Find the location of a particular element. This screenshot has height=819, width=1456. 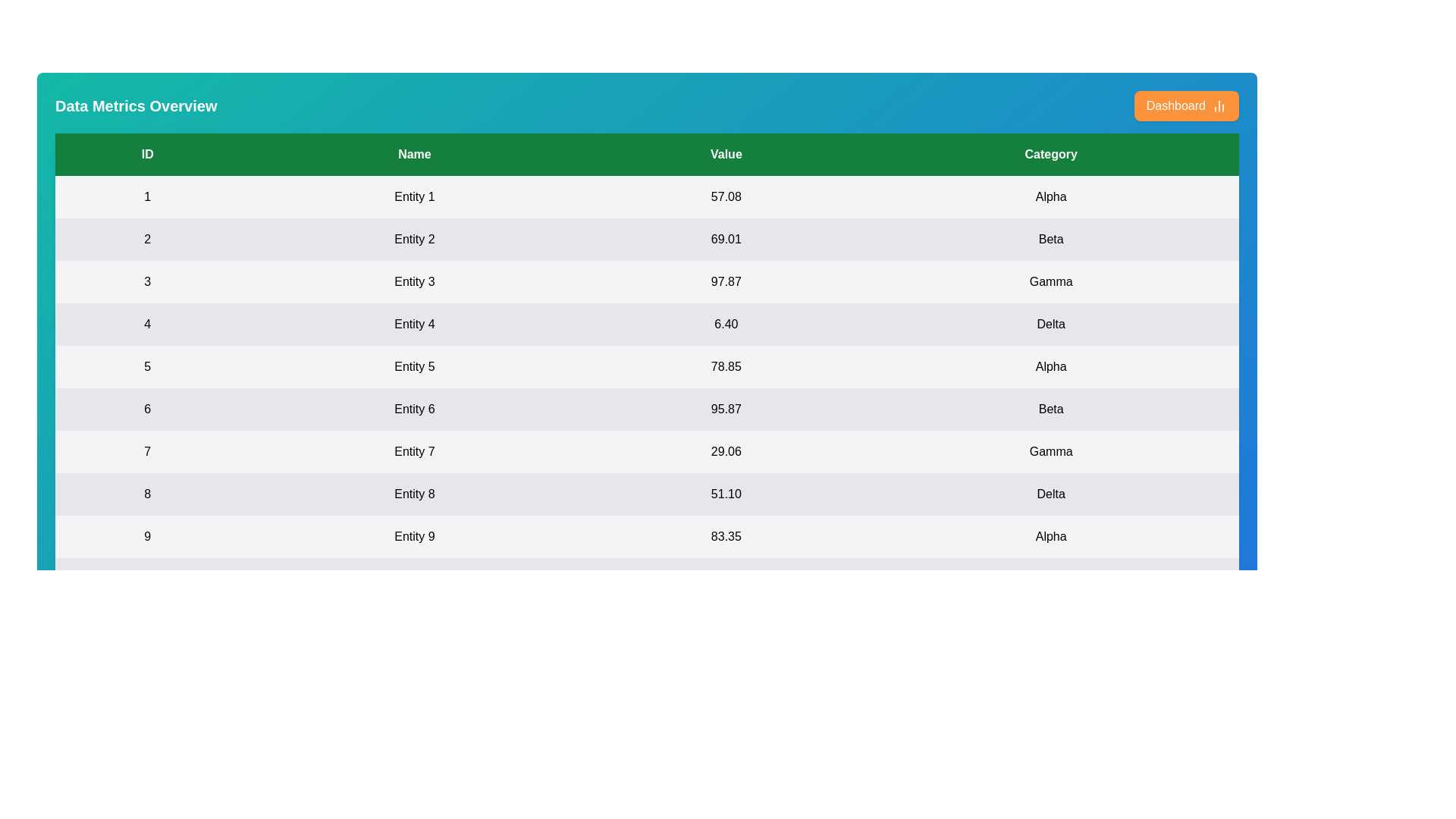

the row corresponding to 2 is located at coordinates (647, 239).